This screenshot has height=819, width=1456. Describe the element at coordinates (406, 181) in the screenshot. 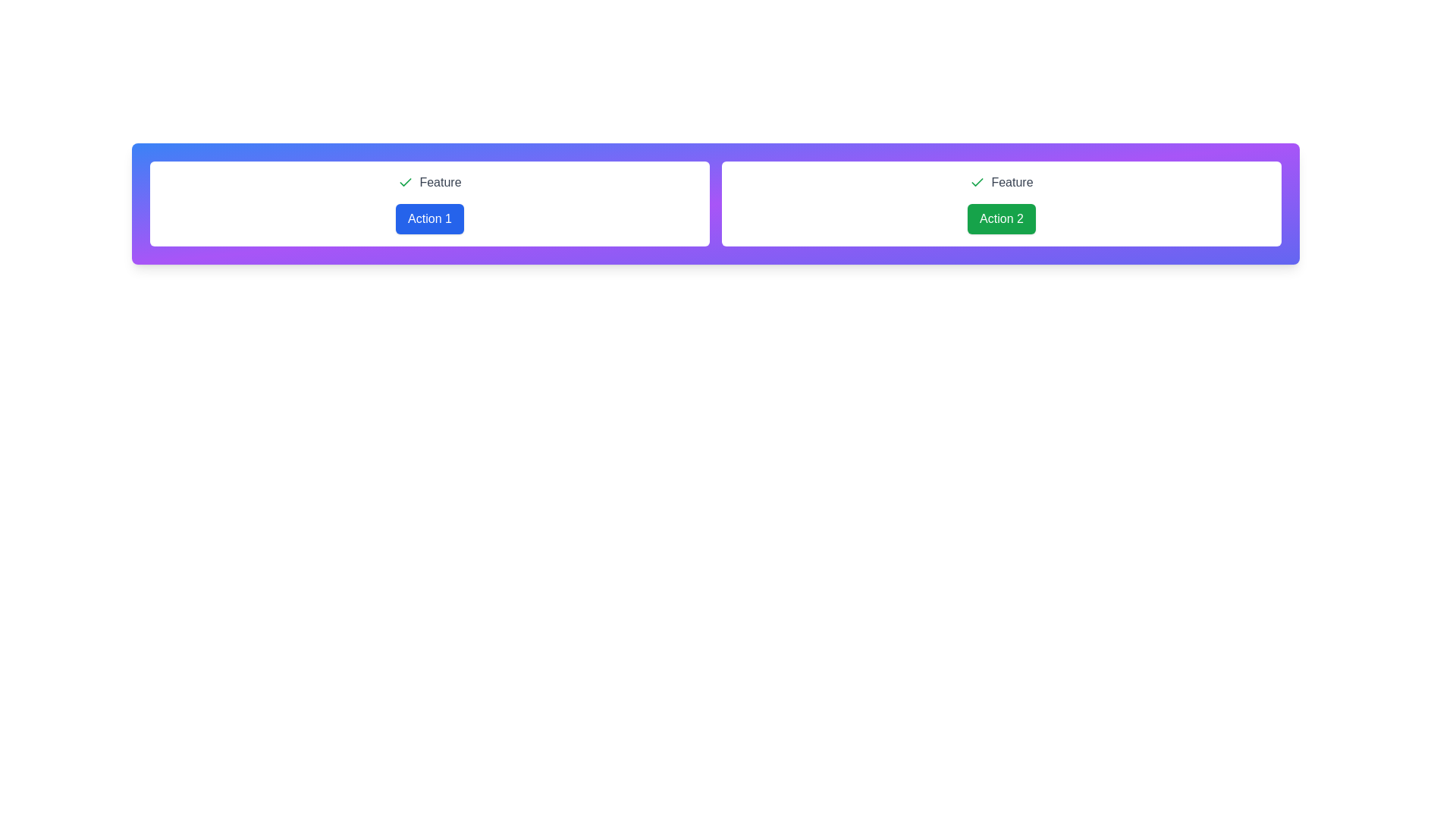

I see `the green checkmark icon styled with the 'lucide' icon library, located to the left of the label text 'Feature'` at that location.